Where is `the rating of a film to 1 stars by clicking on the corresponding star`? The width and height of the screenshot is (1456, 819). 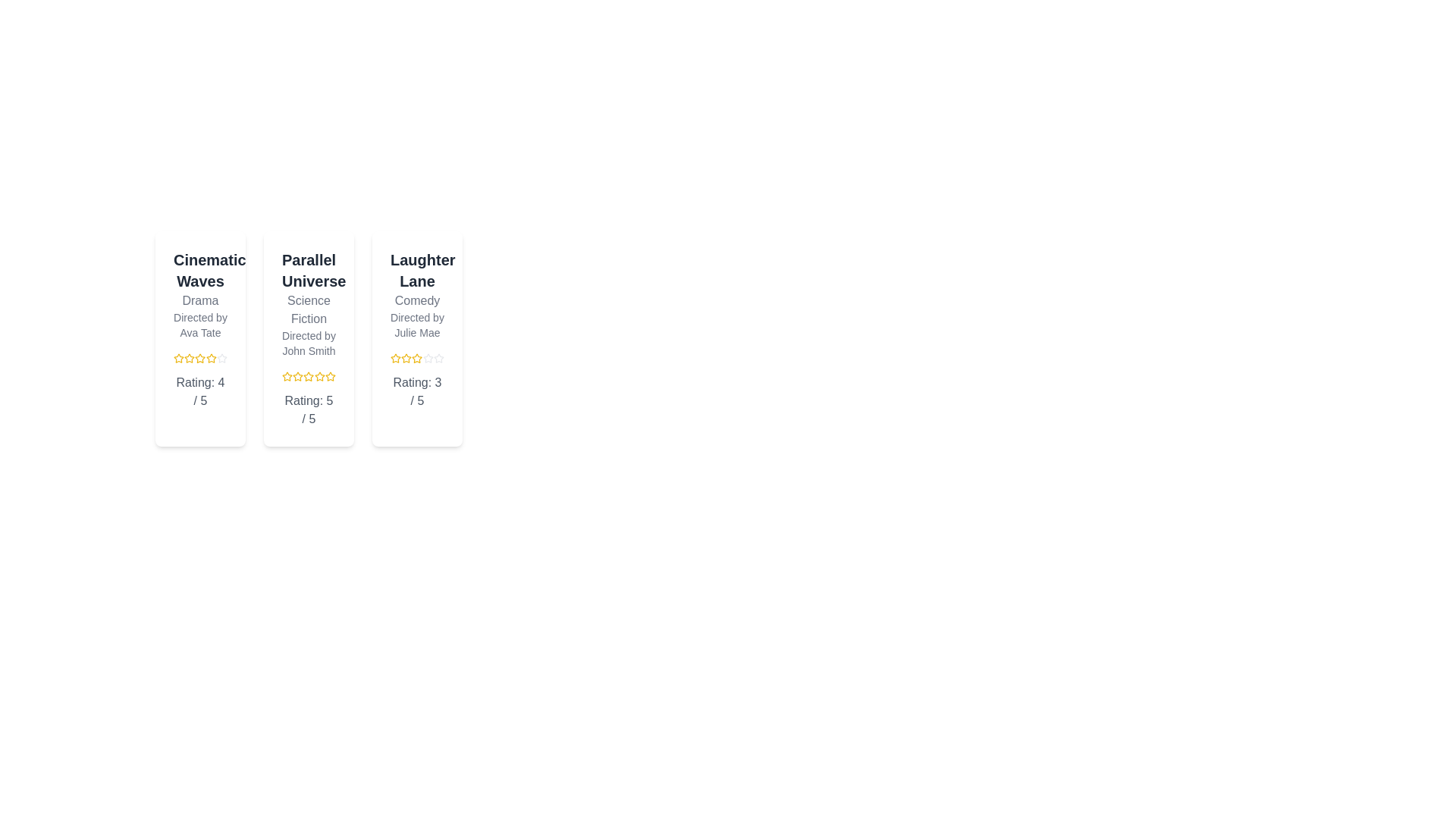 the rating of a film to 1 stars by clicking on the corresponding star is located at coordinates (178, 359).